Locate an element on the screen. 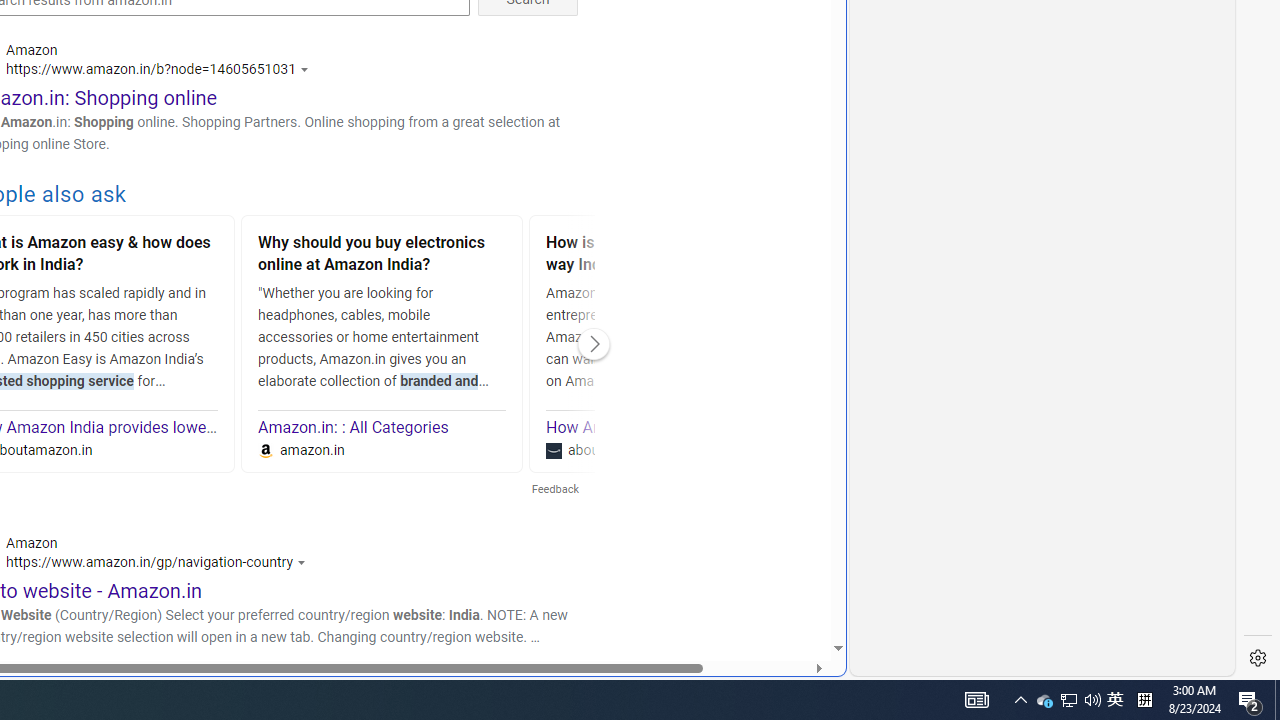 Image resolution: width=1280 pixels, height=720 pixels. 'Actions for this site' is located at coordinates (304, 563).